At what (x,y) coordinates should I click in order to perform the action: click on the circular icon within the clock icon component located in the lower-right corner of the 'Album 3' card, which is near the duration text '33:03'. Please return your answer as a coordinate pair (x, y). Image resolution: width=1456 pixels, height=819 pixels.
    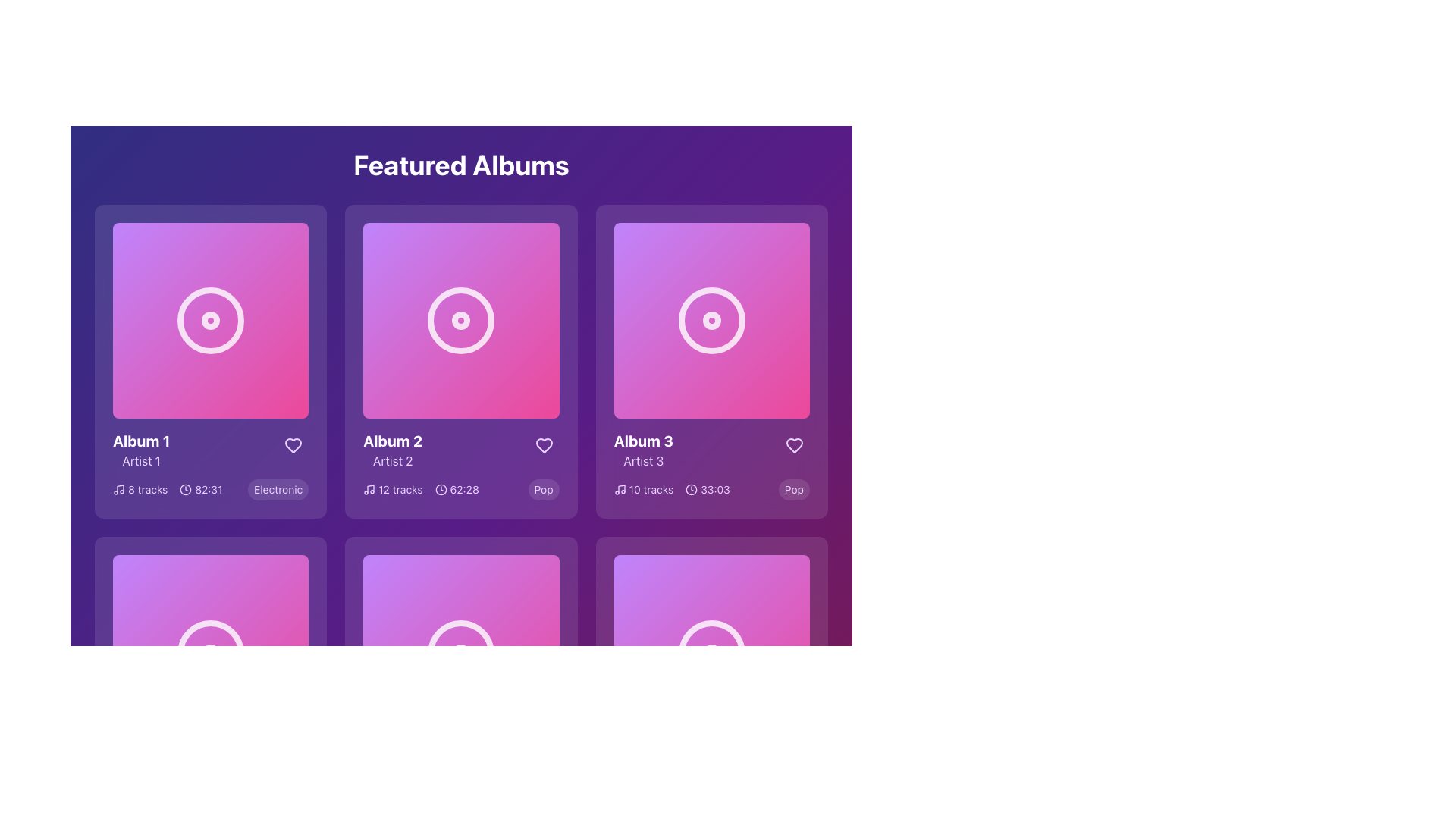
    Looking at the image, I should click on (691, 490).